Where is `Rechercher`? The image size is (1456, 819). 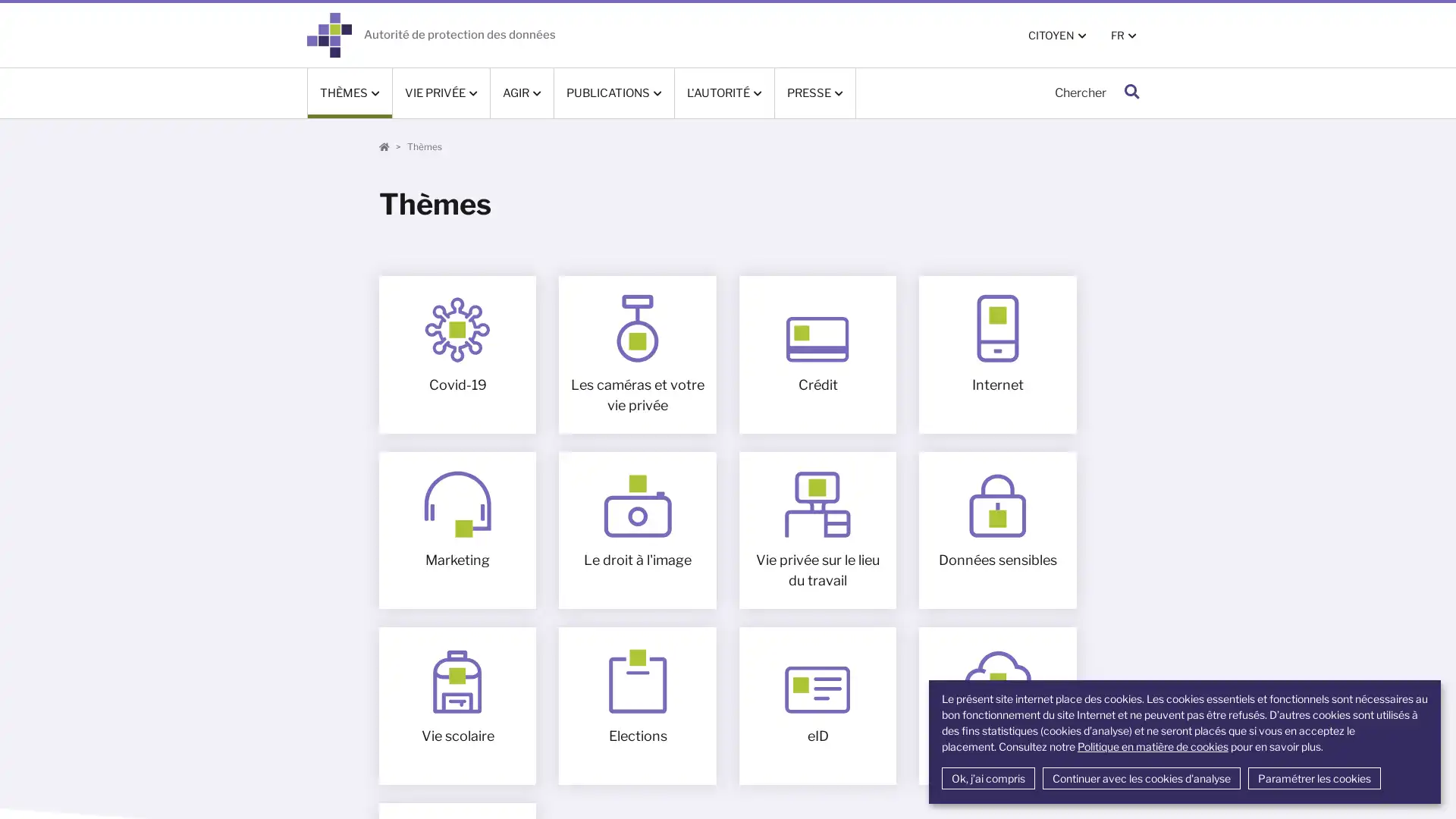 Rechercher is located at coordinates (1131, 93).